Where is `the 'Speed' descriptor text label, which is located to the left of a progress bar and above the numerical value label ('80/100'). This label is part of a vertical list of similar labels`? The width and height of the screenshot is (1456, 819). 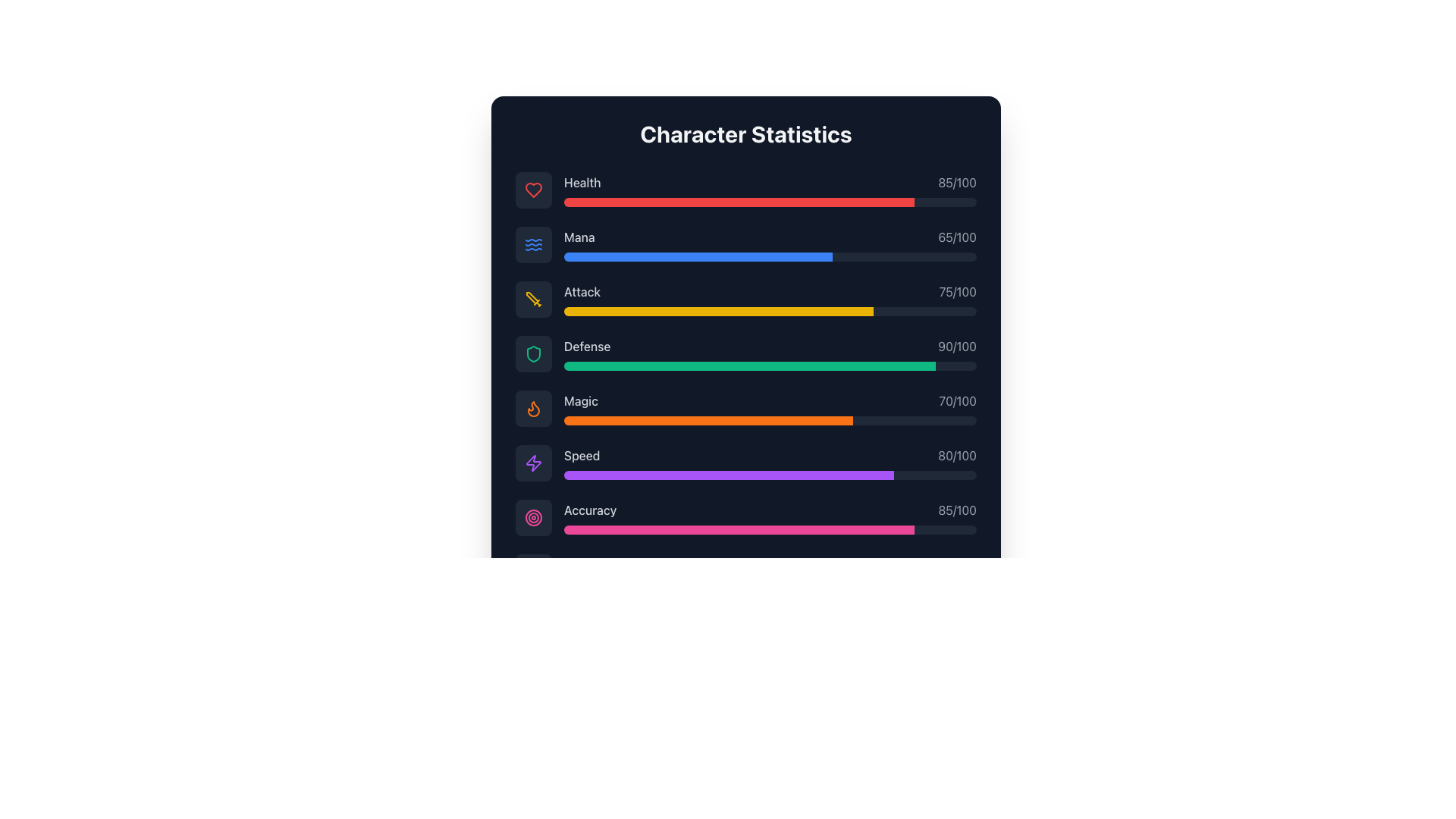 the 'Speed' descriptor text label, which is located to the left of a progress bar and above the numerical value label ('80/100'). This label is part of a vertical list of similar labels is located at coordinates (581, 455).